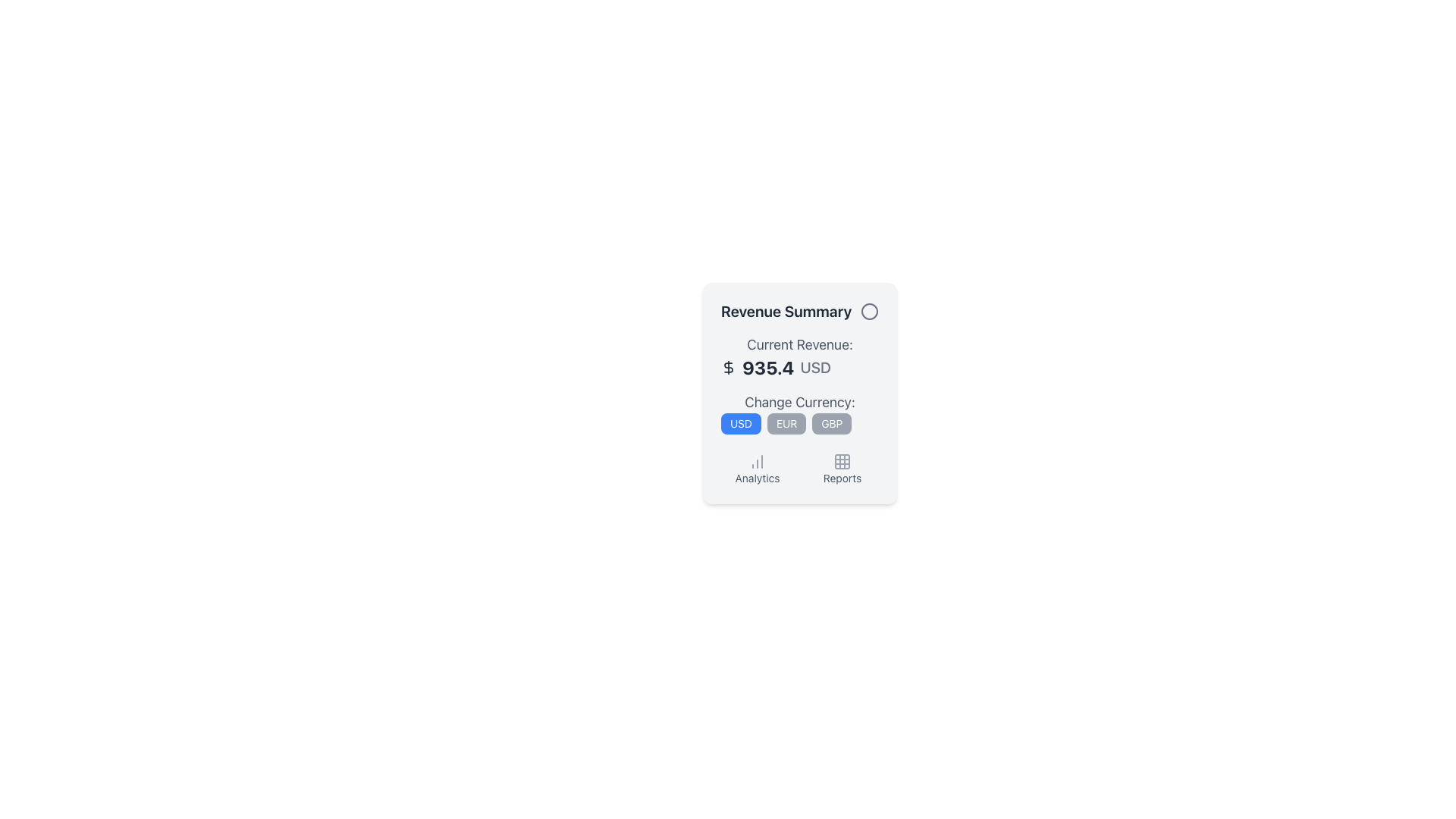 The image size is (1456, 819). What do you see at coordinates (799, 402) in the screenshot?
I see `the descriptive heading text label located at the center of the card component, which indicates the purpose of the currency selectors below it` at bounding box center [799, 402].